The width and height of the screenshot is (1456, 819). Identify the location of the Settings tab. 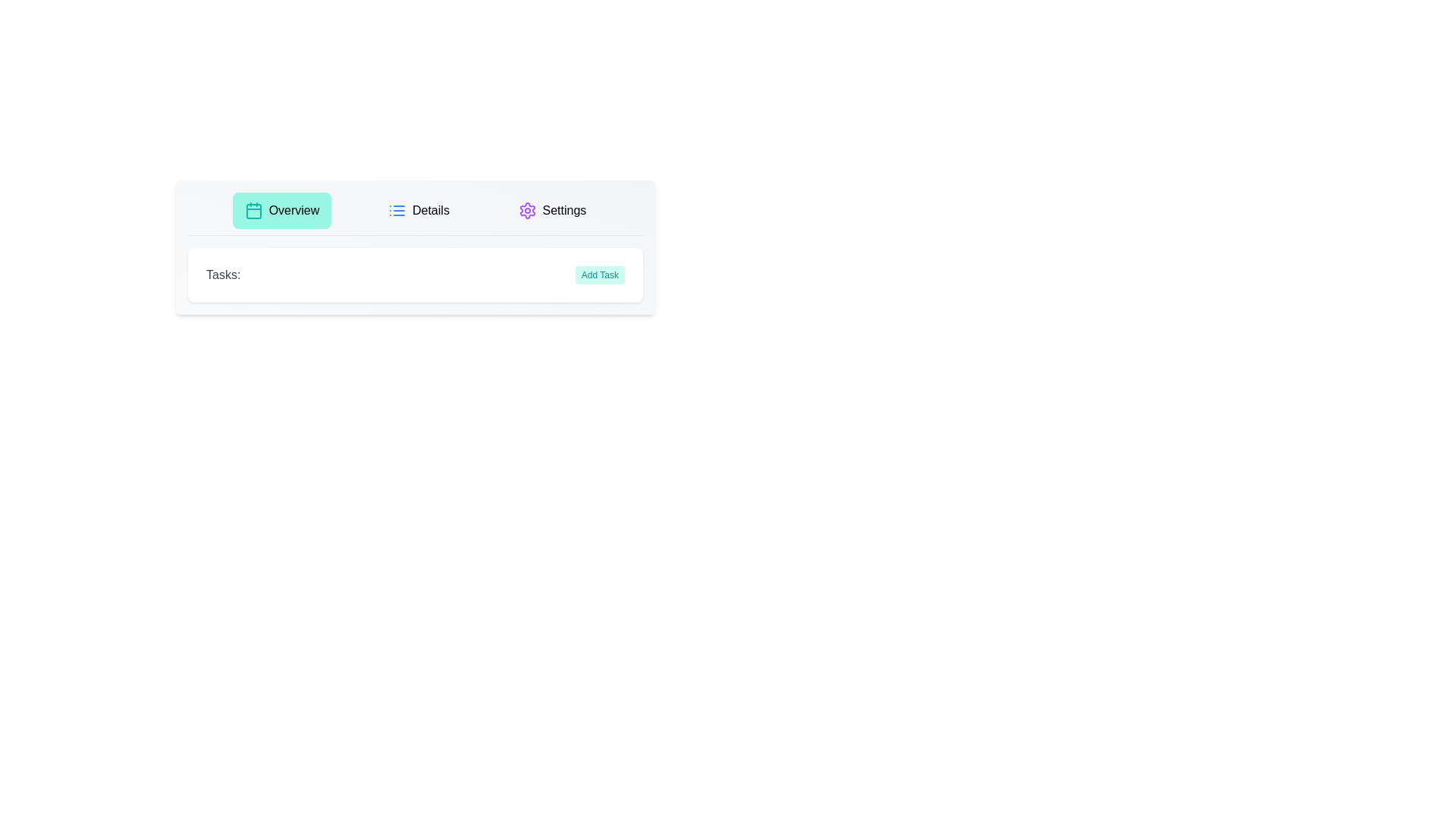
(551, 210).